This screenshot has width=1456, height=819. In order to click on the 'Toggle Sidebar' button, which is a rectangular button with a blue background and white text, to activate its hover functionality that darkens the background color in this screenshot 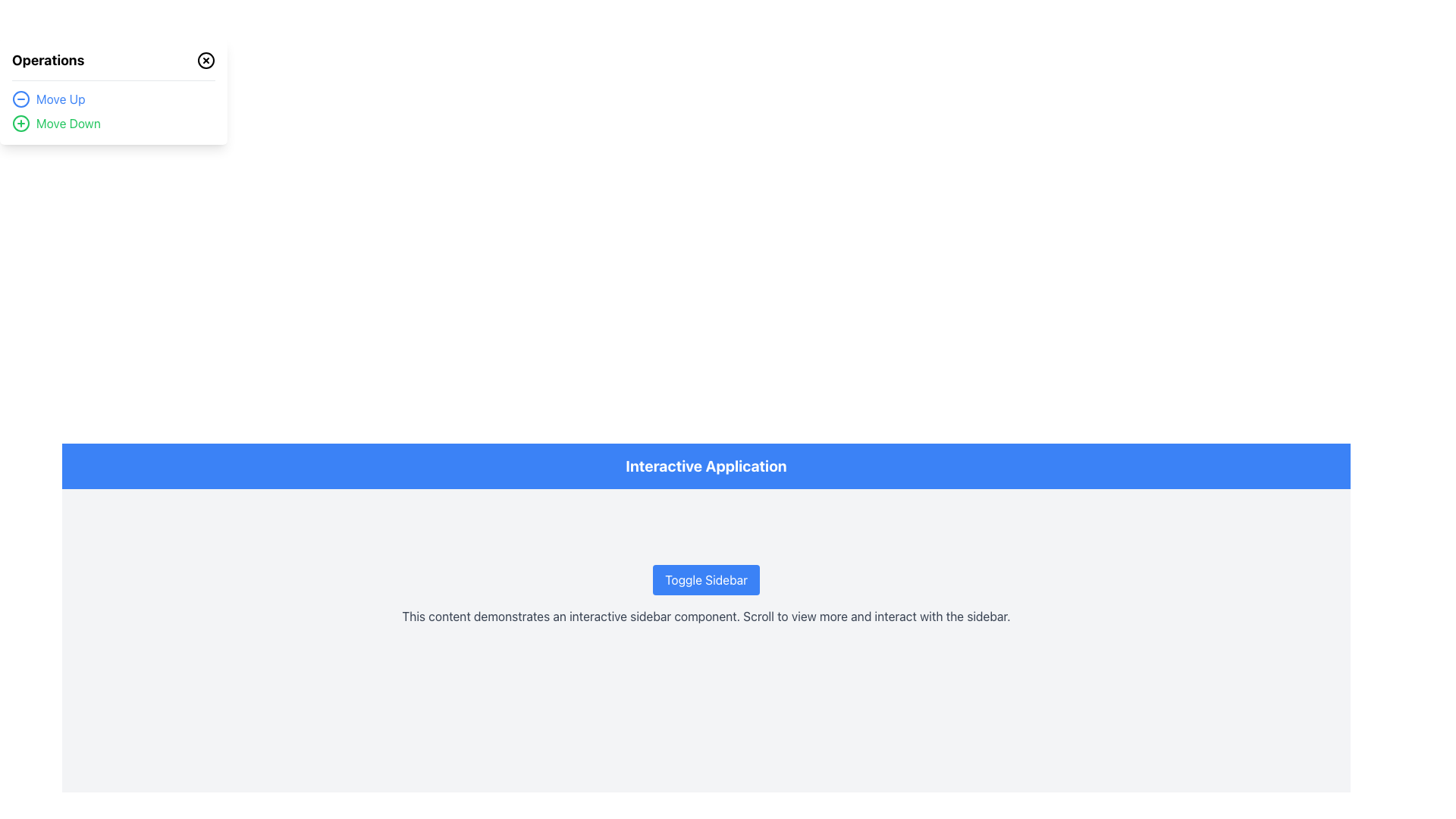, I will do `click(705, 579)`.